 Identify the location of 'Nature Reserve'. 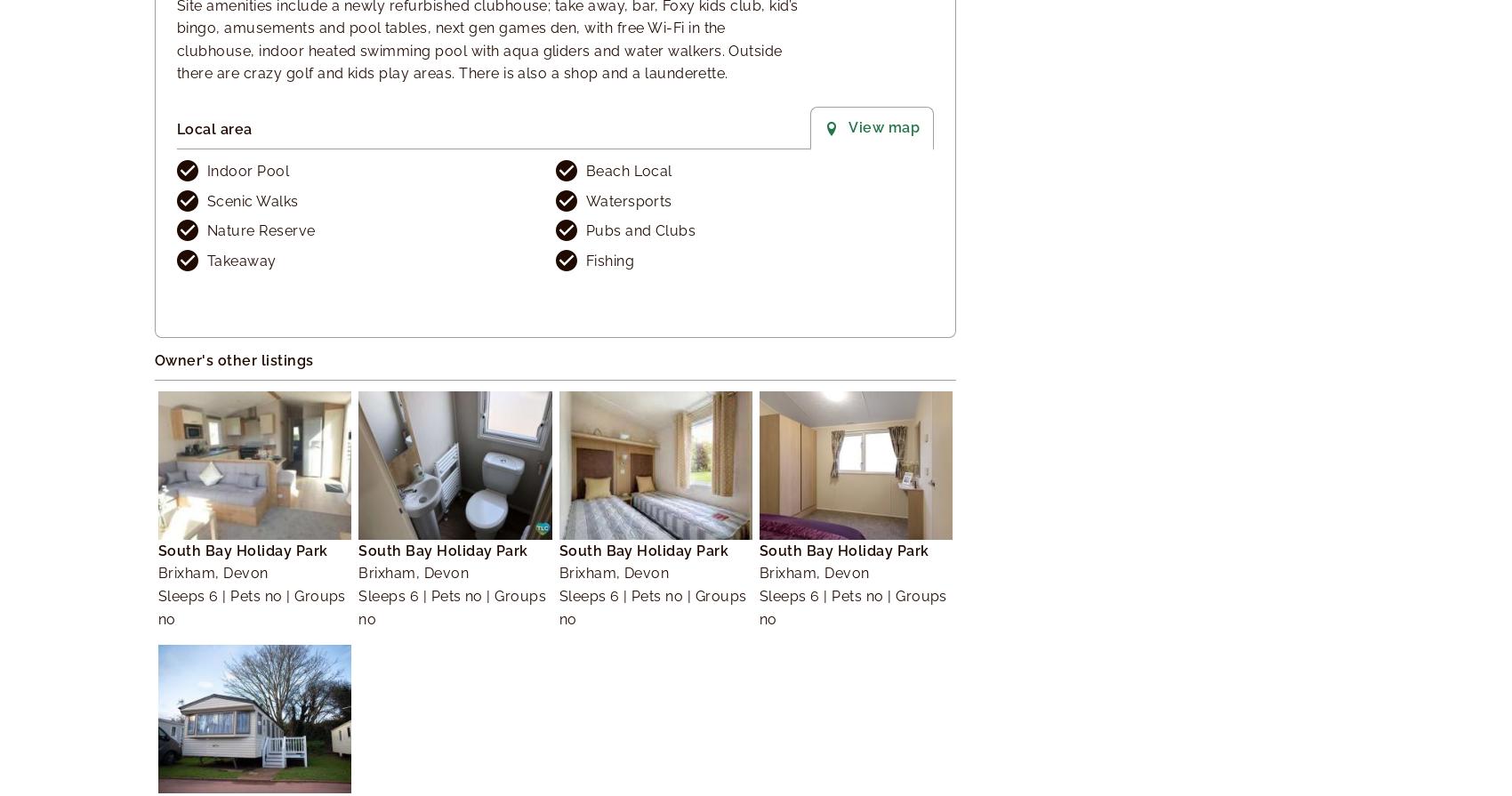
(261, 230).